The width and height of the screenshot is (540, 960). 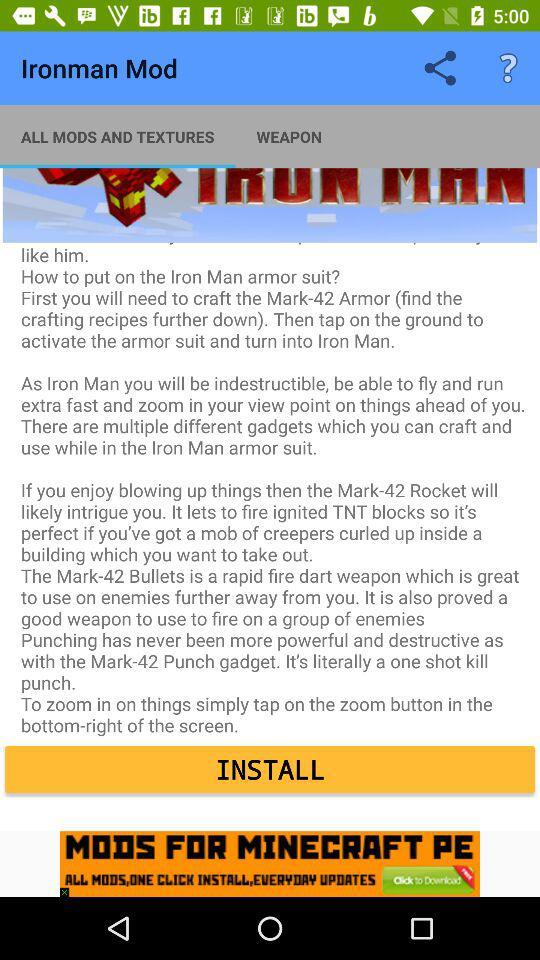 I want to click on the icon next to the all mods and app, so click(x=288, y=135).